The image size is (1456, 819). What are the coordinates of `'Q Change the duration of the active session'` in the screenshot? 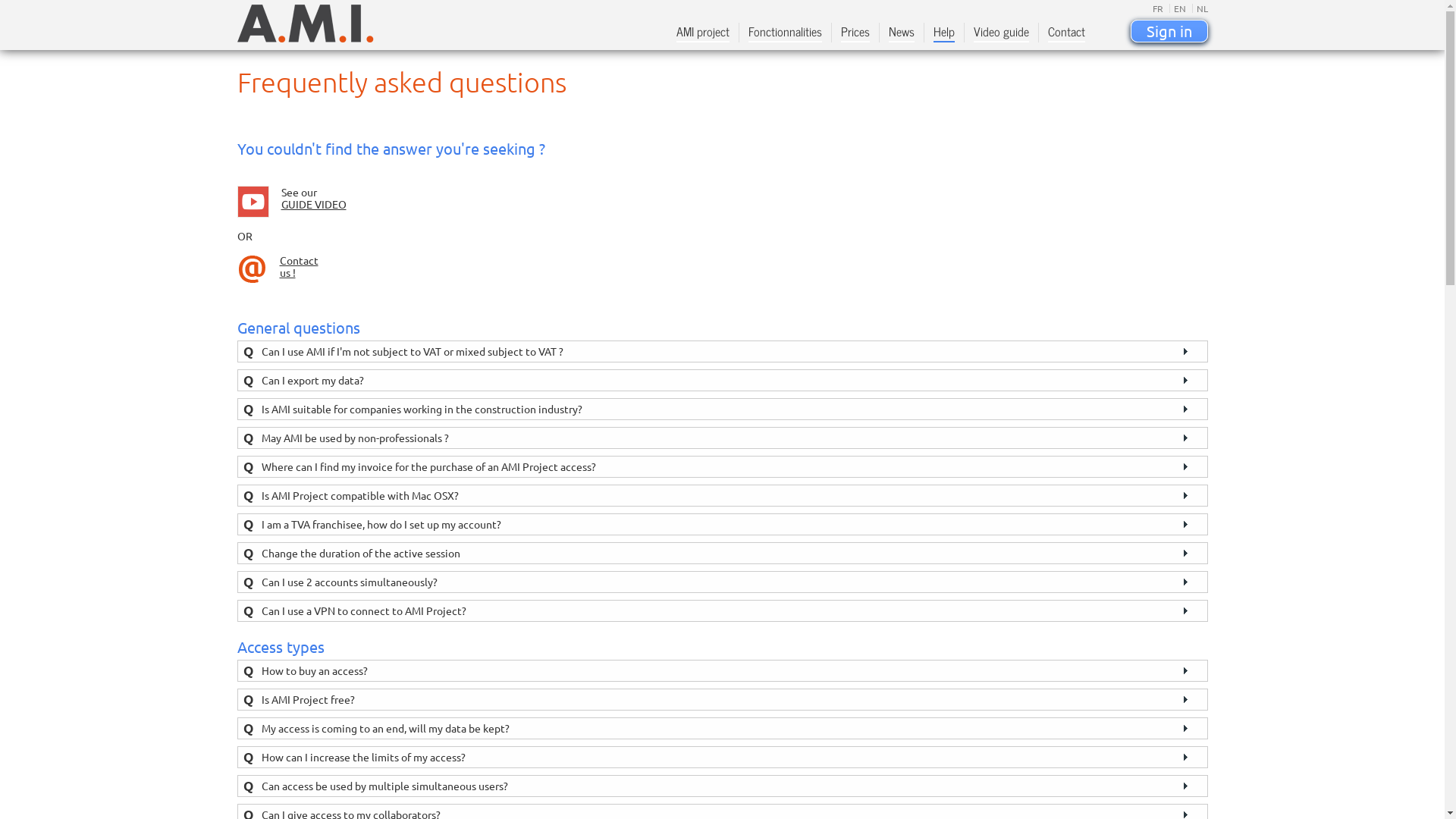 It's located at (236, 553).